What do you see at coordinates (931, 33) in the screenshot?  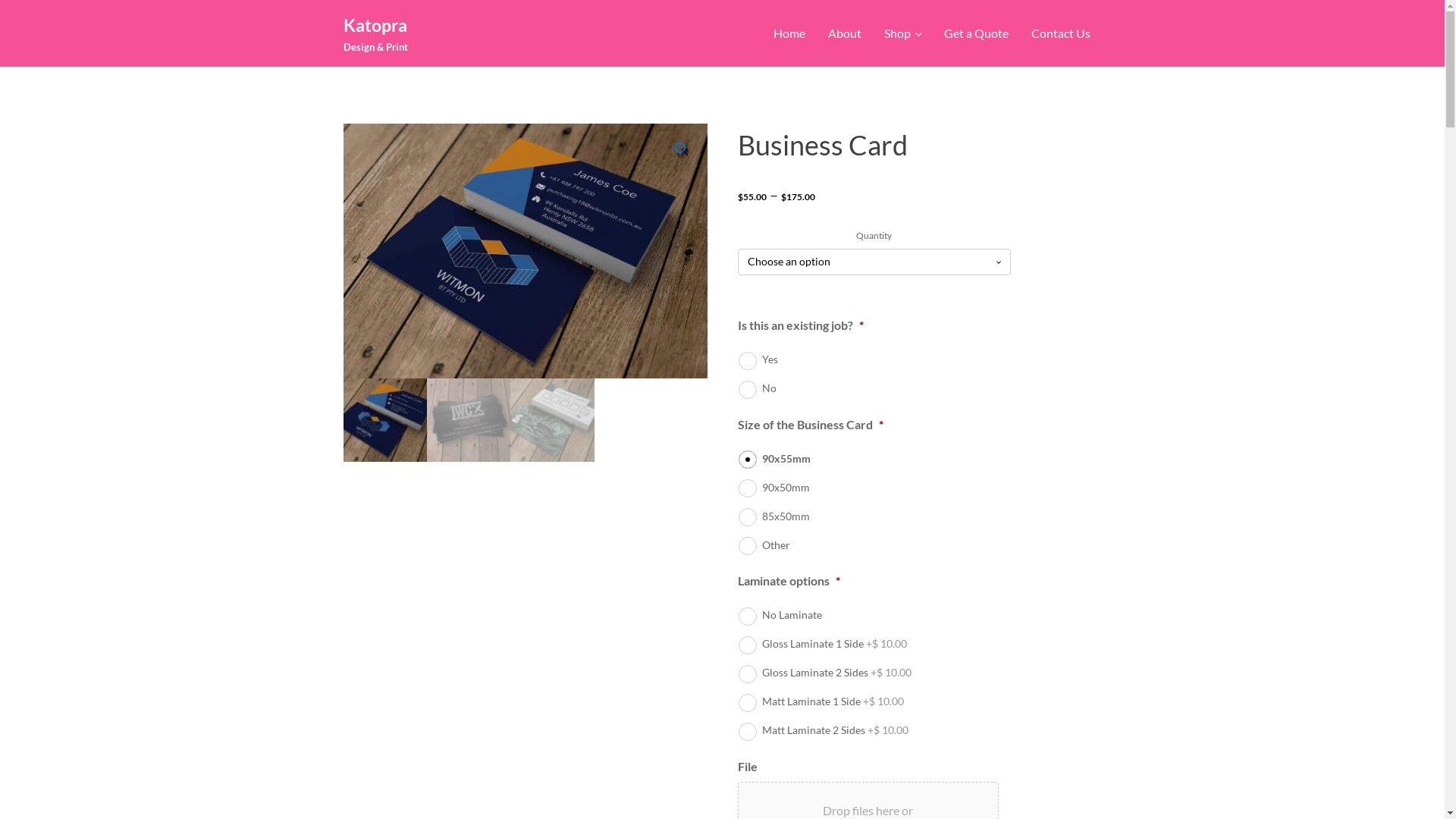 I see `'Get a Quote'` at bounding box center [931, 33].